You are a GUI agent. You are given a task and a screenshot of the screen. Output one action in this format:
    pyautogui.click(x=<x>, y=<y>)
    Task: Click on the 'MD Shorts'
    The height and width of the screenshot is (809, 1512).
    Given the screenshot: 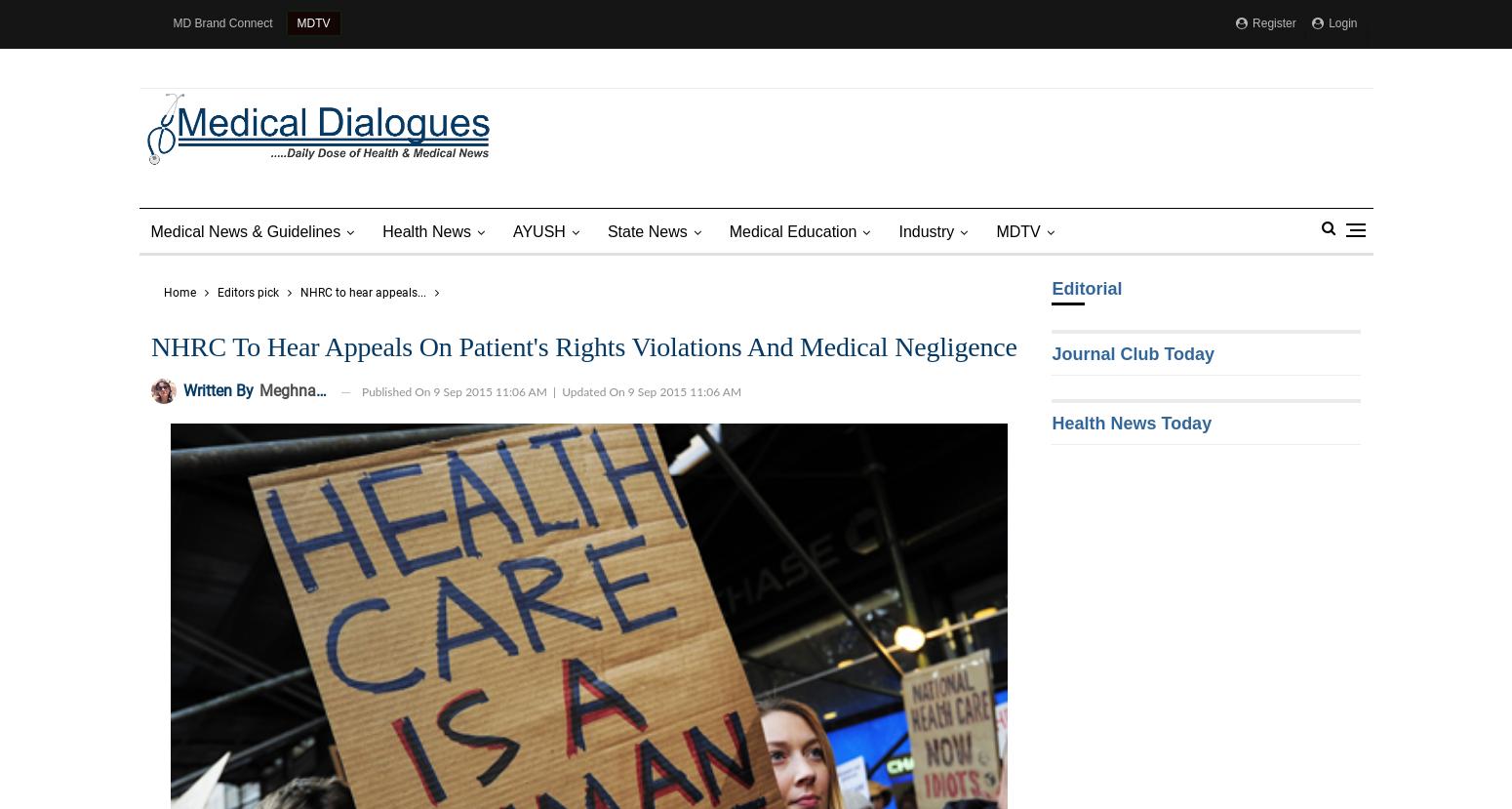 What is the action you would take?
    pyautogui.click(x=313, y=404)
    